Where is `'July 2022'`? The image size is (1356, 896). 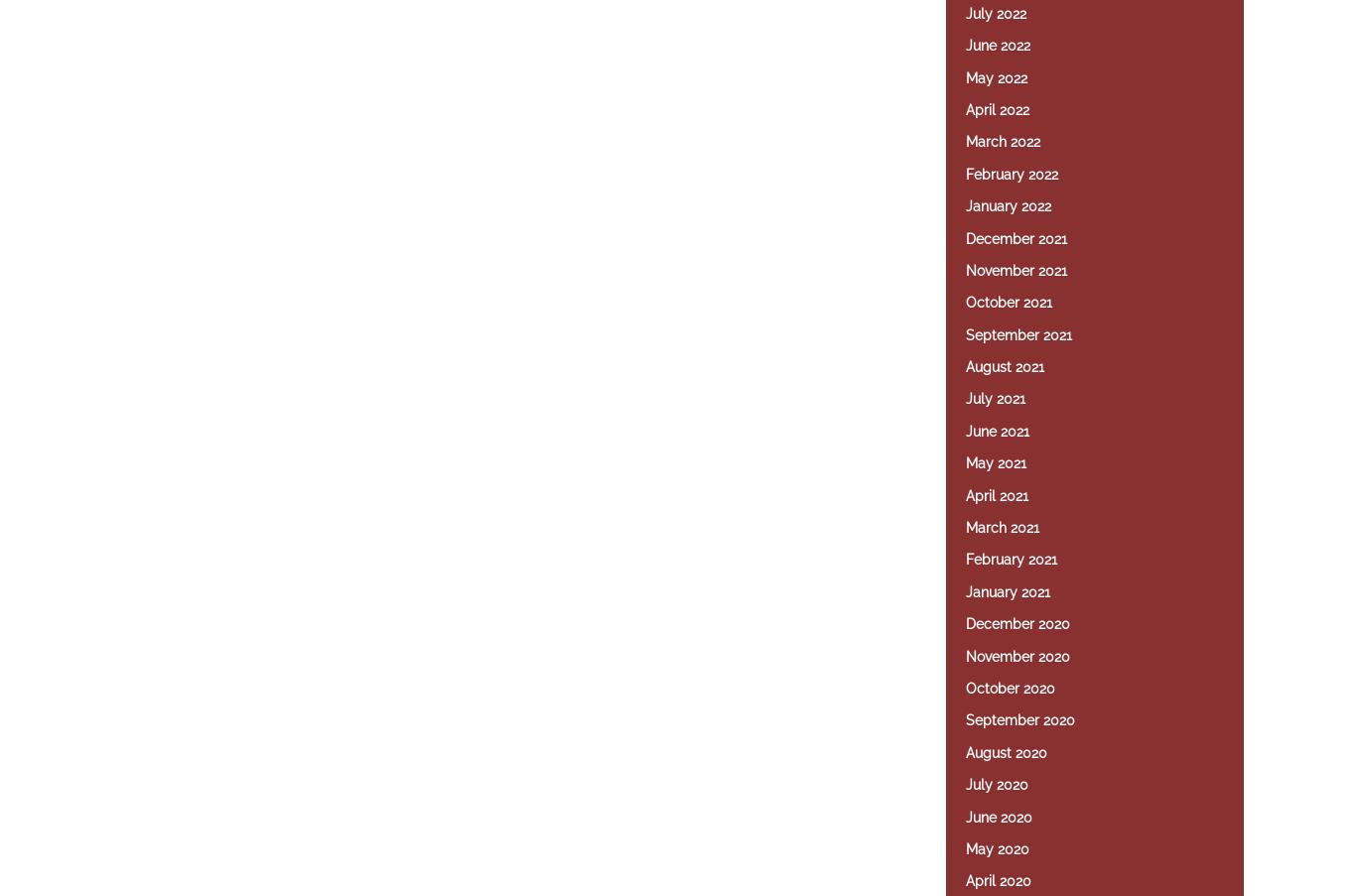 'July 2022' is located at coordinates (996, 12).